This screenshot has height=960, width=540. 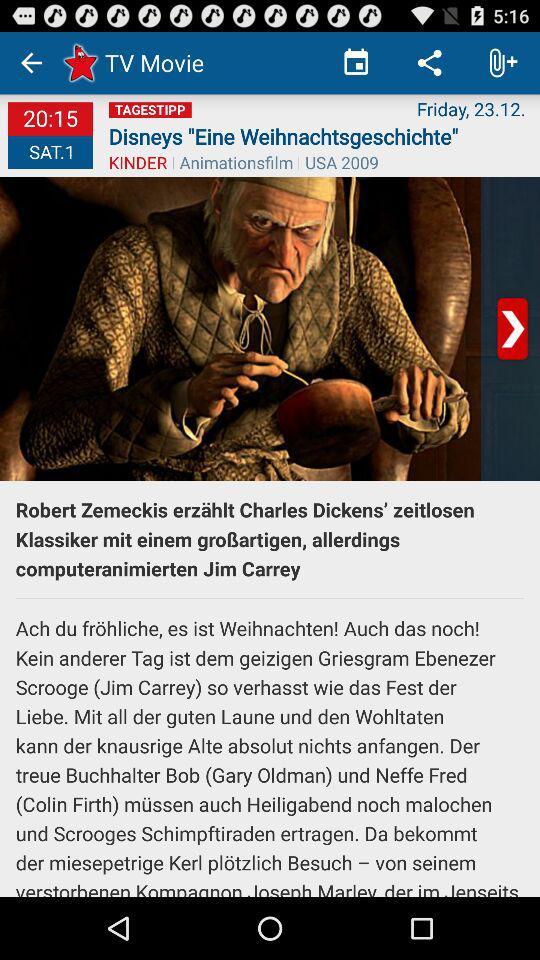 What do you see at coordinates (513, 328) in the screenshot?
I see `the right arrow icon of red color right to image` at bounding box center [513, 328].